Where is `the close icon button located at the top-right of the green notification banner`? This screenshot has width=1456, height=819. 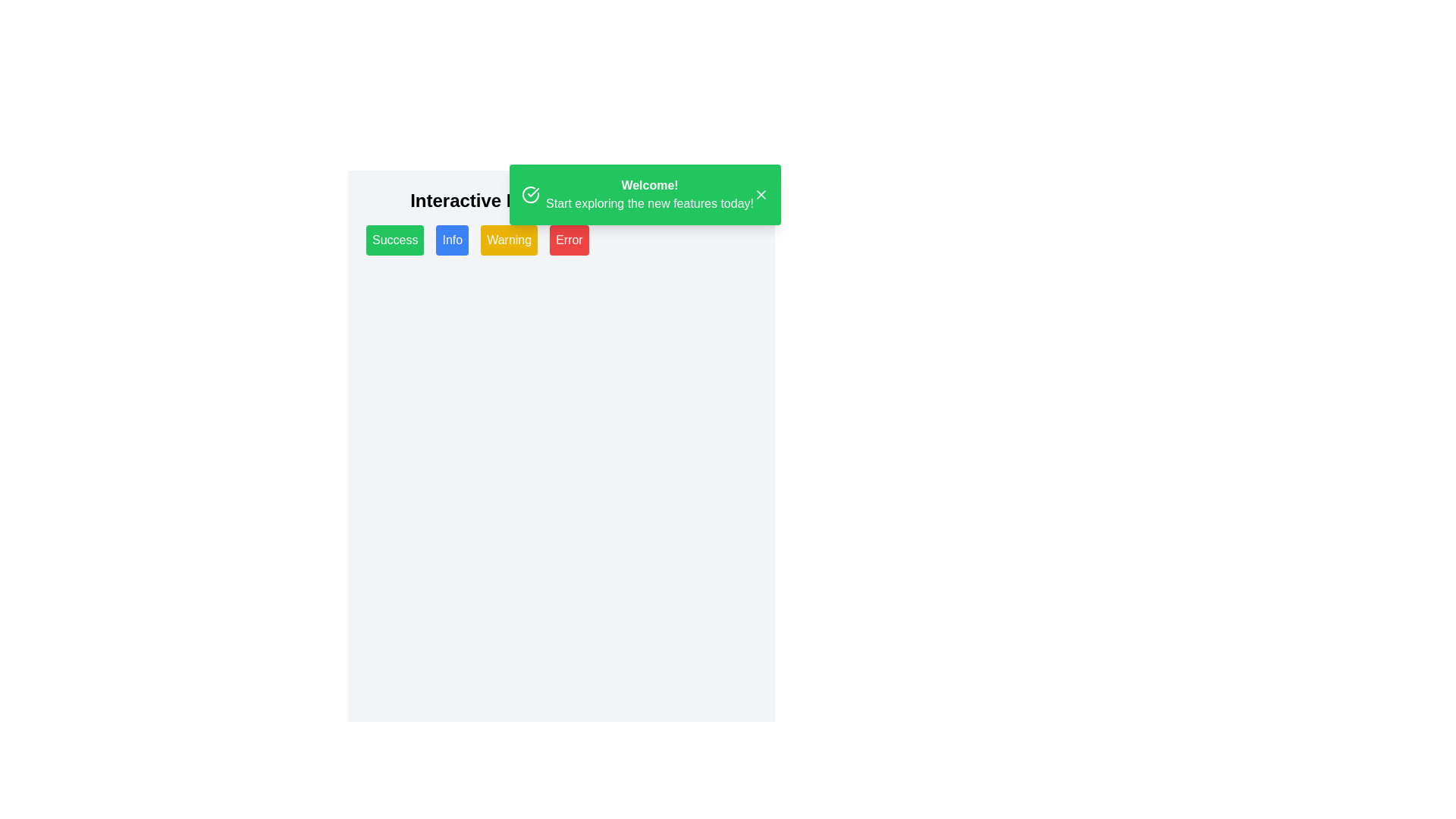
the close icon button located at the top-right of the green notification banner is located at coordinates (761, 194).